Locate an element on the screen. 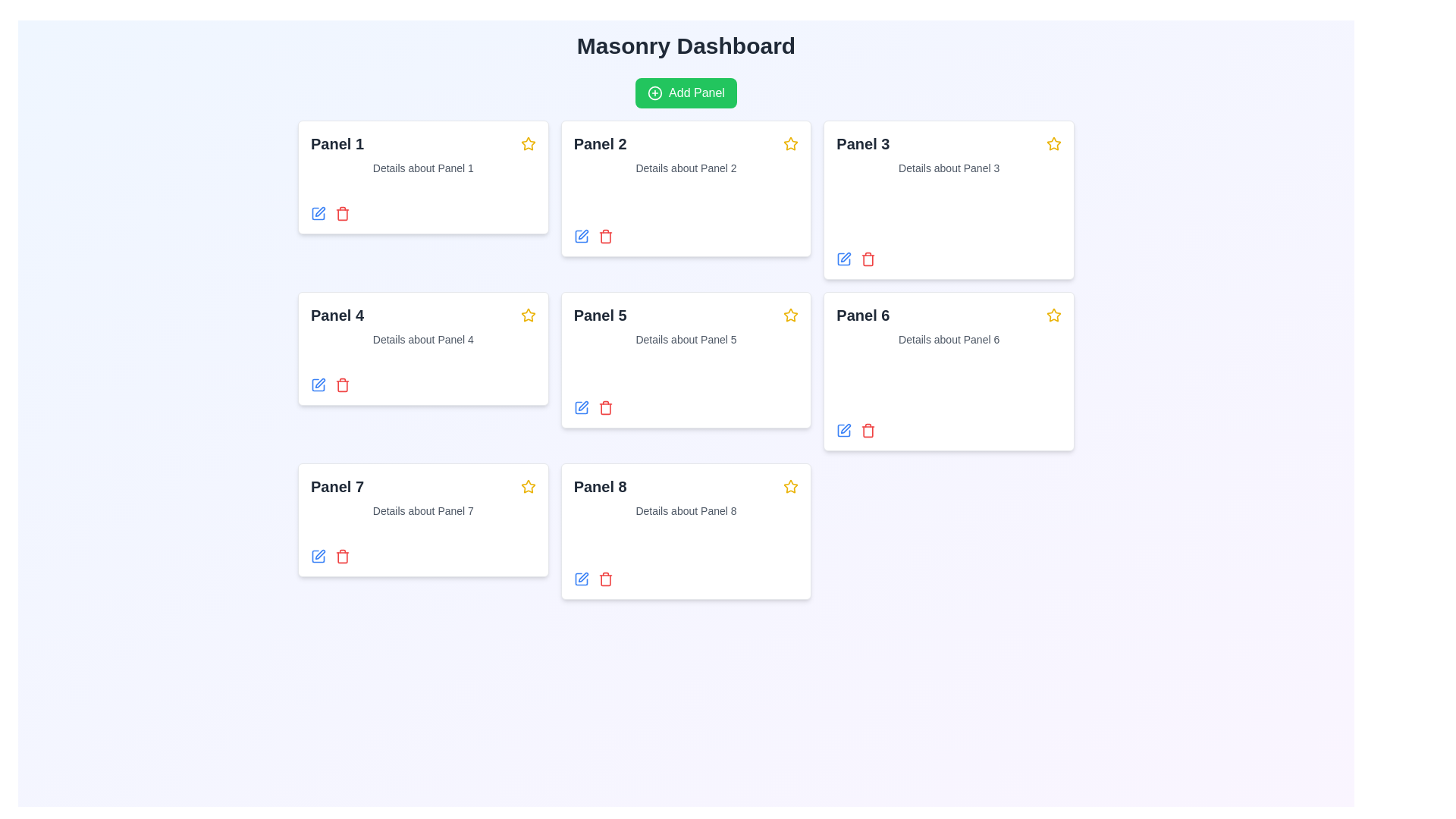 Image resolution: width=1456 pixels, height=819 pixels. the star icon located in the header of 'Panel 5' card on the right side is located at coordinates (790, 315).